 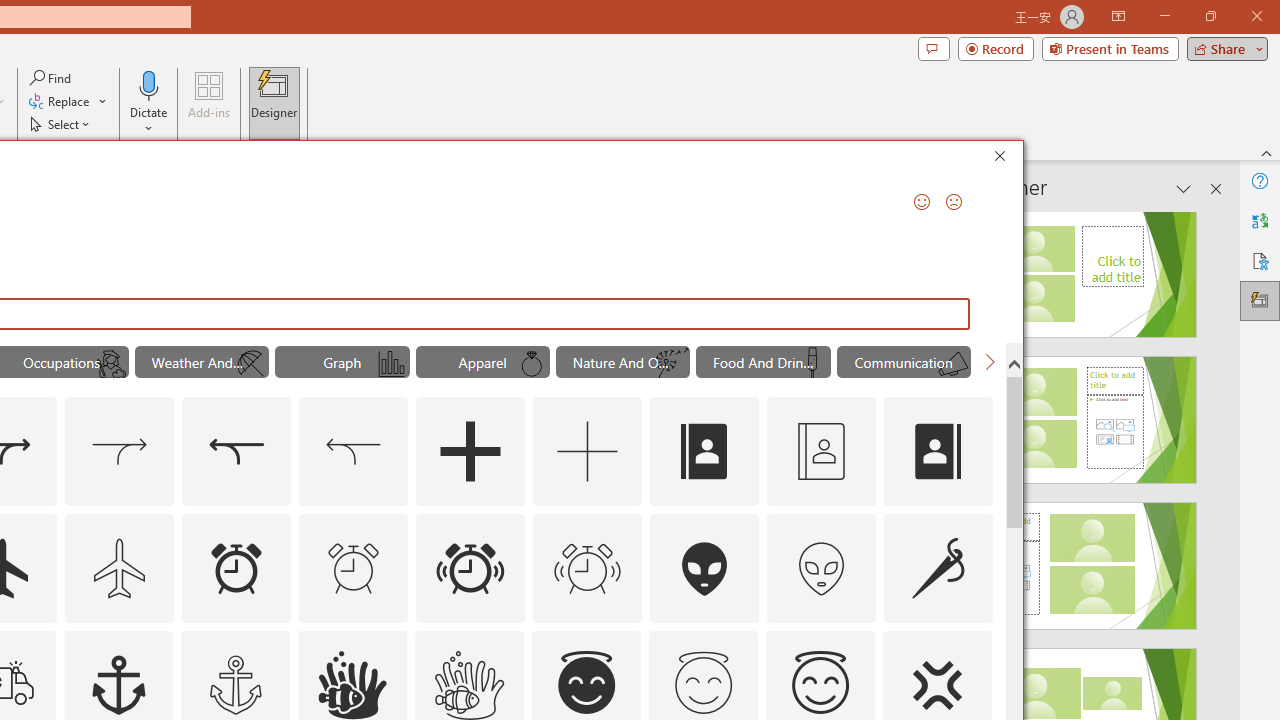 What do you see at coordinates (990, 362) in the screenshot?
I see `'Next Search Suggestion'` at bounding box center [990, 362].